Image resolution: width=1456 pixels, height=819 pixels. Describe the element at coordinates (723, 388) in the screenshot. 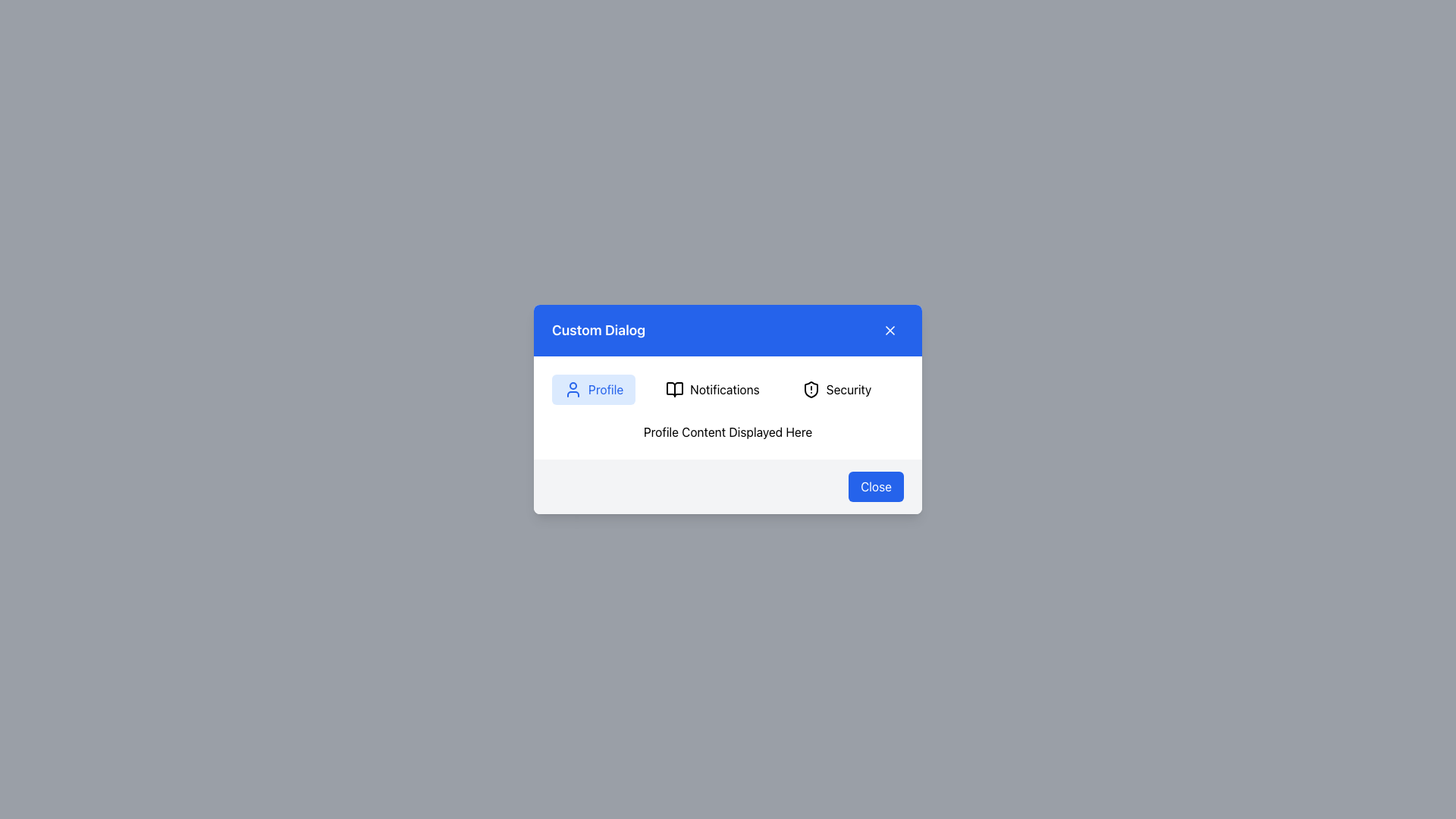

I see `the 'Notifications' text element in the navigation menu` at that location.